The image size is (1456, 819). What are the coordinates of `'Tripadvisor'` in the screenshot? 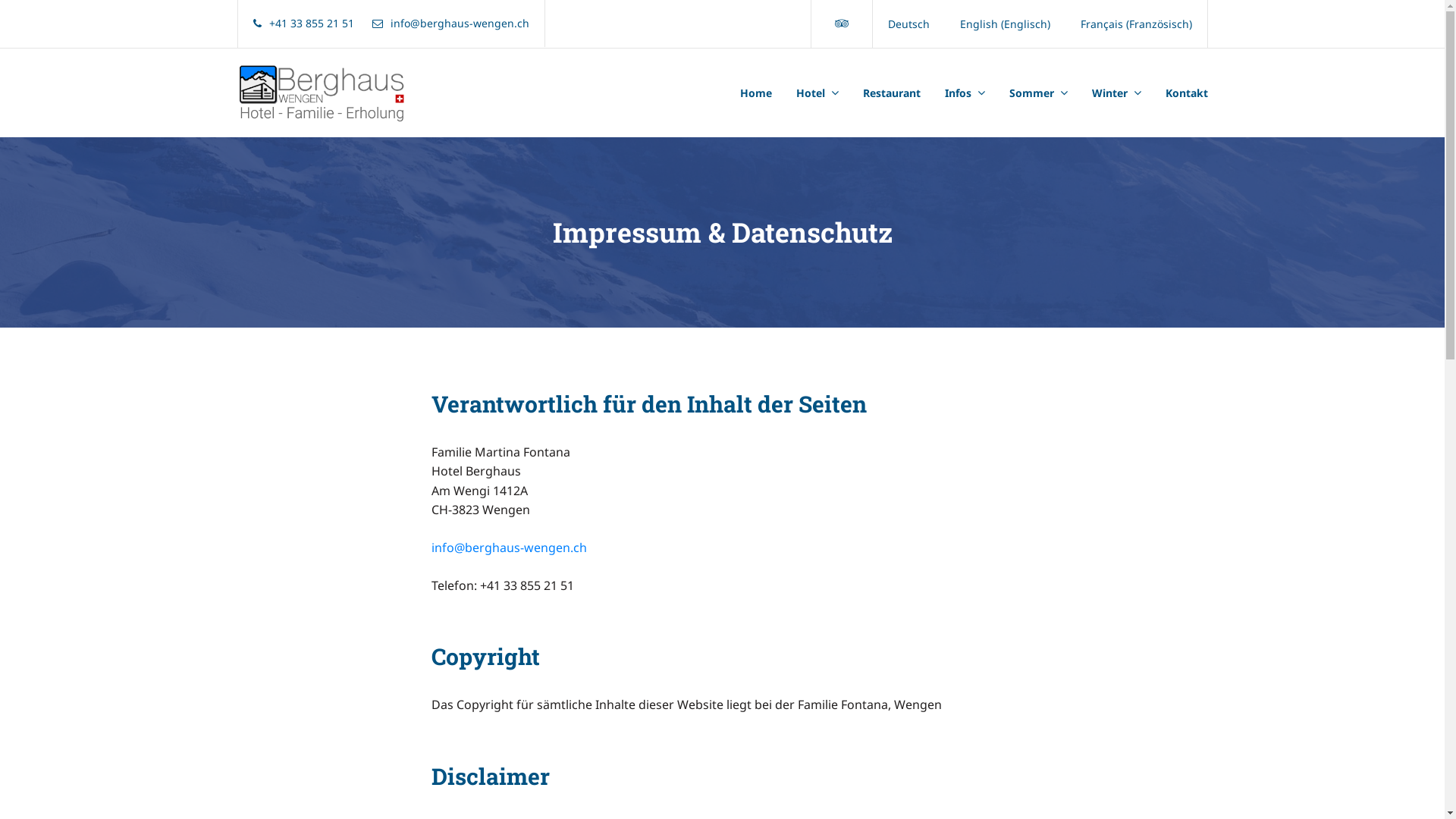 It's located at (840, 23).